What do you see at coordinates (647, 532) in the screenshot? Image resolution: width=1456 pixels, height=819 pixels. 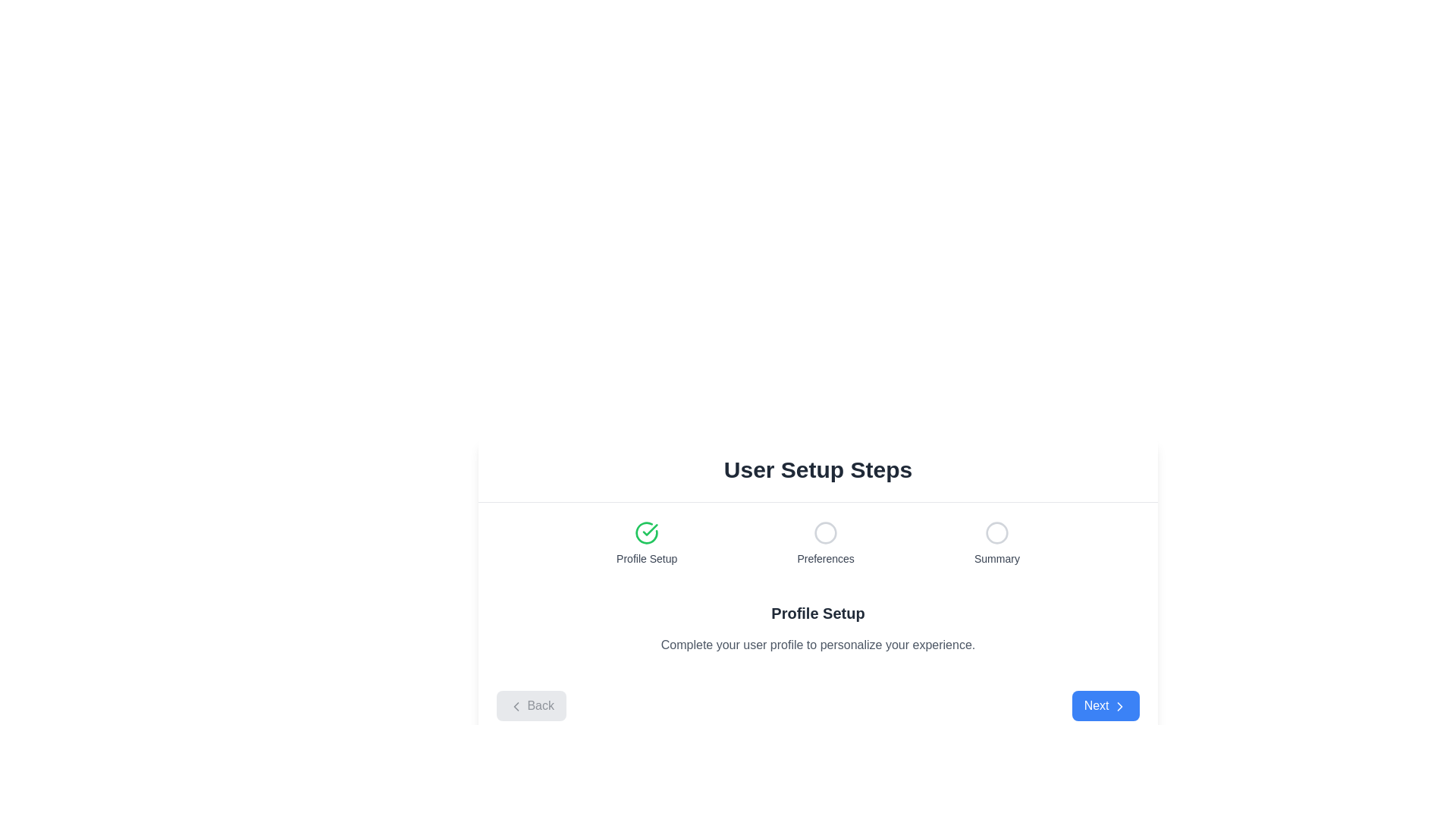 I see `the position of the green circular segment within the checkmark icon, which is part of the 'Profile Setup' section in the 'User Setup Steps' interface` at bounding box center [647, 532].